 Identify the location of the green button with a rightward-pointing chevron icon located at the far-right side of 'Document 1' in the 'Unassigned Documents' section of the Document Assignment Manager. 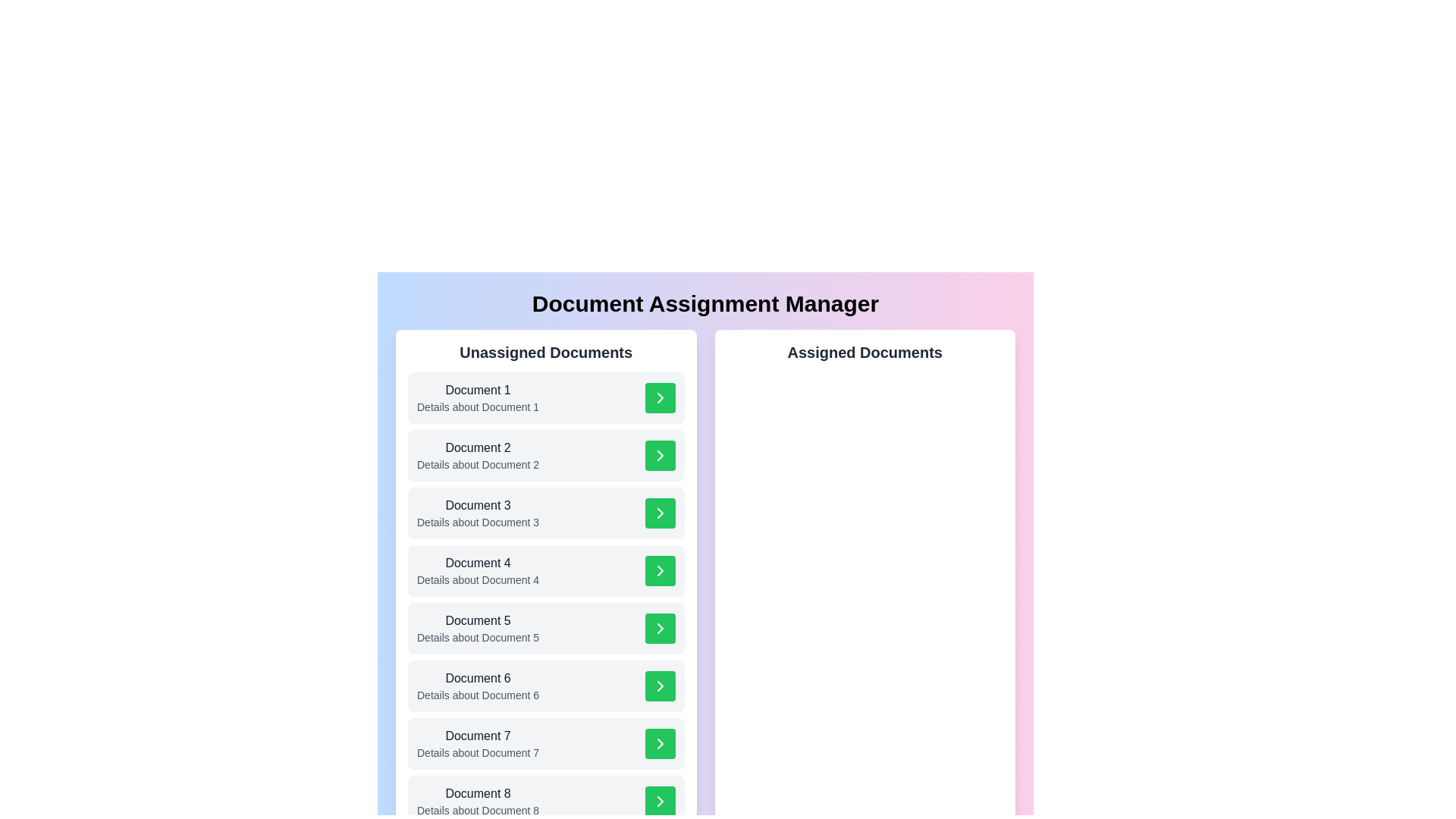
(660, 397).